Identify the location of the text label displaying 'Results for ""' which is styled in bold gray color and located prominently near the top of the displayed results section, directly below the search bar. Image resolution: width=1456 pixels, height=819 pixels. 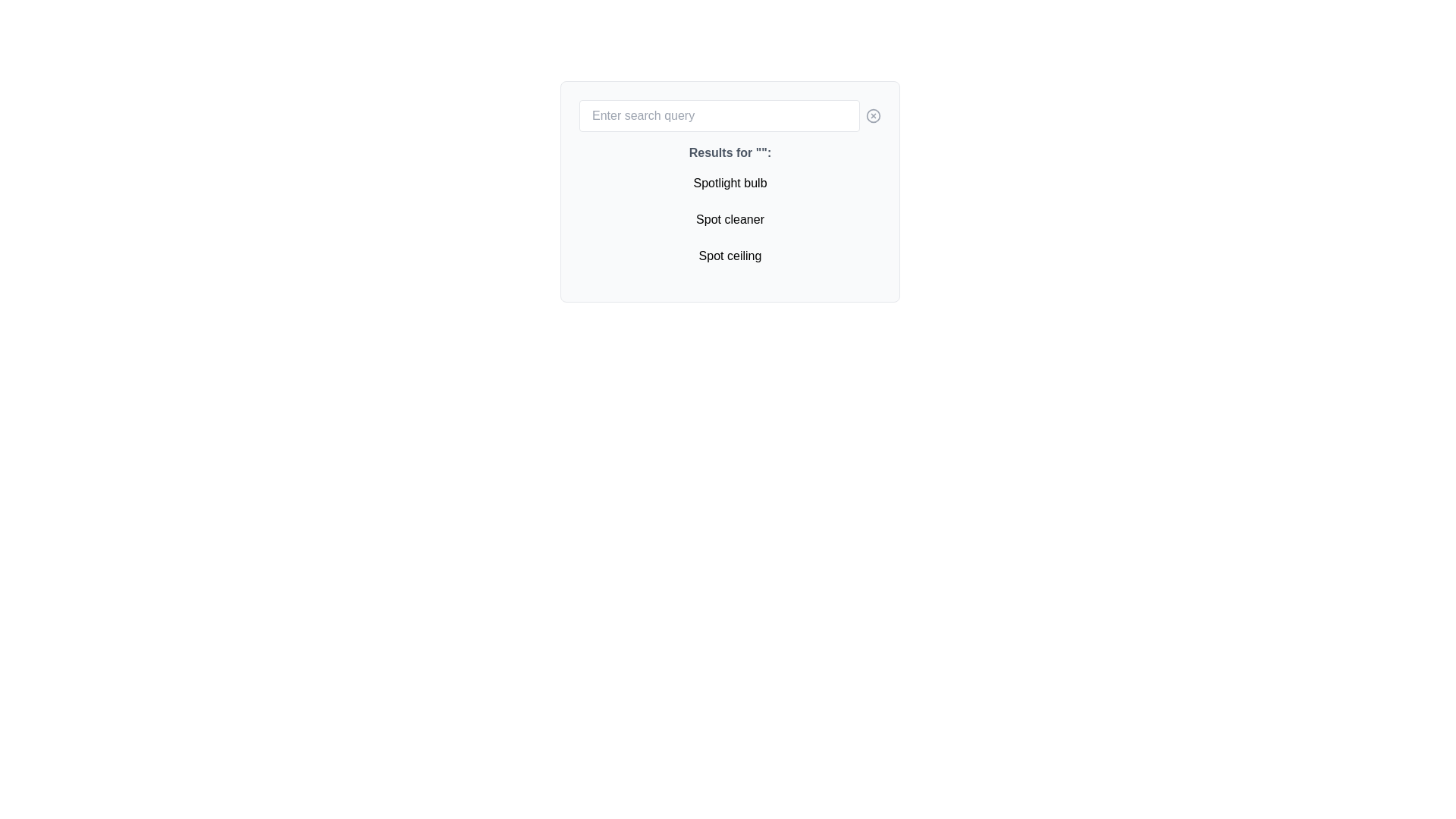
(730, 152).